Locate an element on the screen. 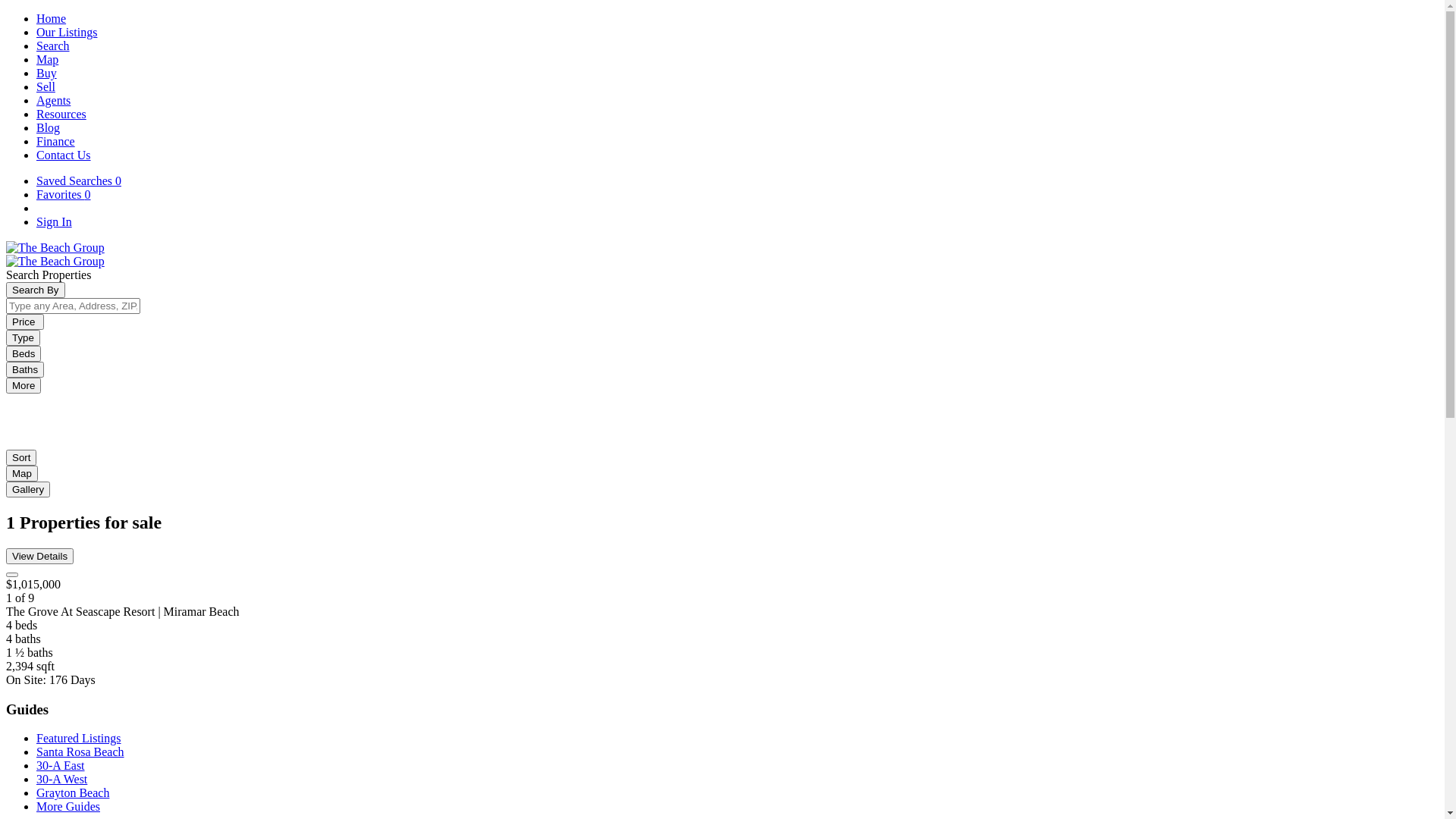 Image resolution: width=1456 pixels, height=819 pixels. 'Saved Searches 0' is located at coordinates (78, 180).